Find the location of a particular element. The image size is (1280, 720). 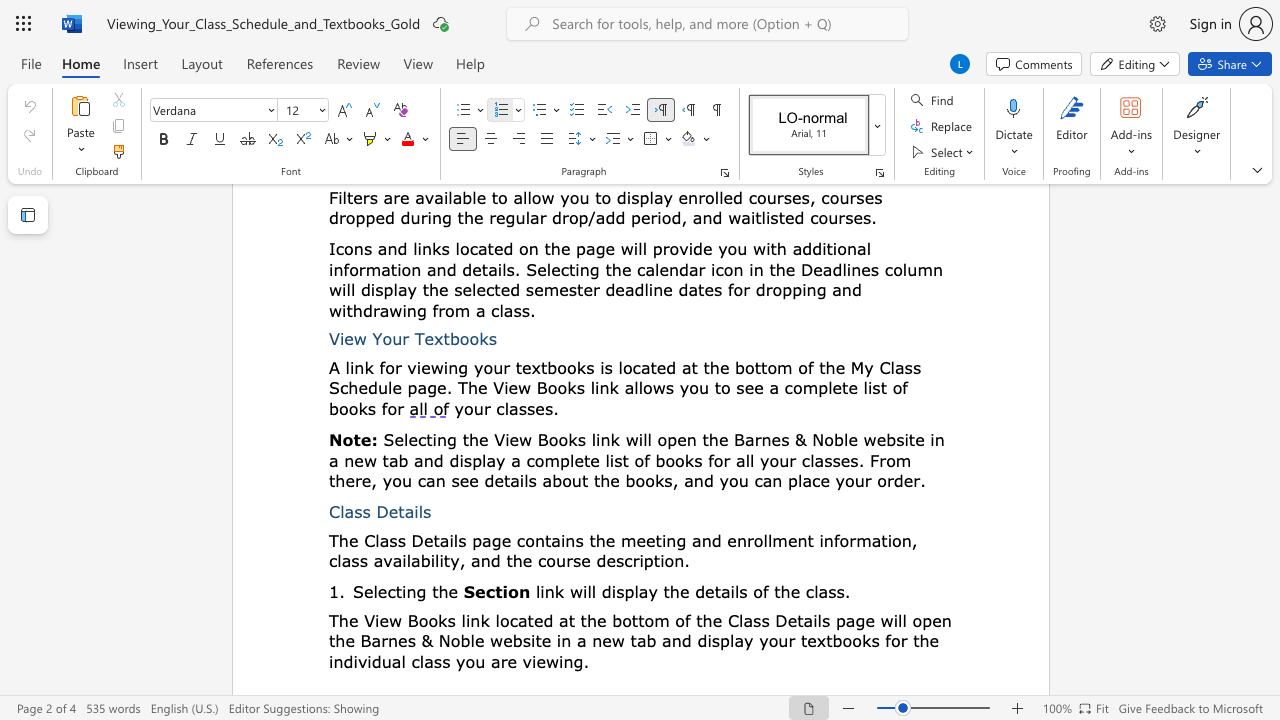

the 1th character "i" in the text is located at coordinates (377, 619).